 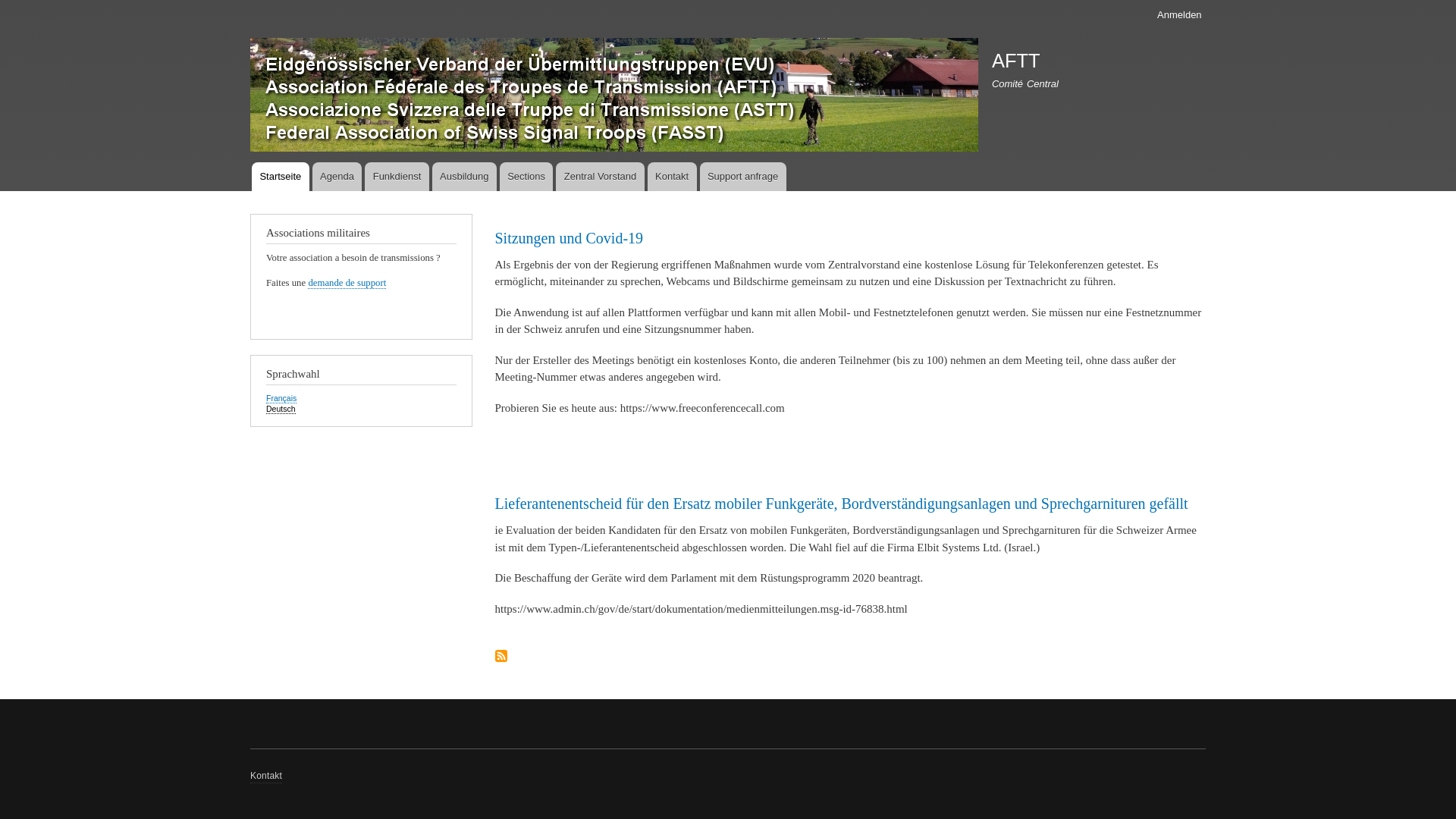 I want to click on 'AFTT', so click(x=1015, y=60).